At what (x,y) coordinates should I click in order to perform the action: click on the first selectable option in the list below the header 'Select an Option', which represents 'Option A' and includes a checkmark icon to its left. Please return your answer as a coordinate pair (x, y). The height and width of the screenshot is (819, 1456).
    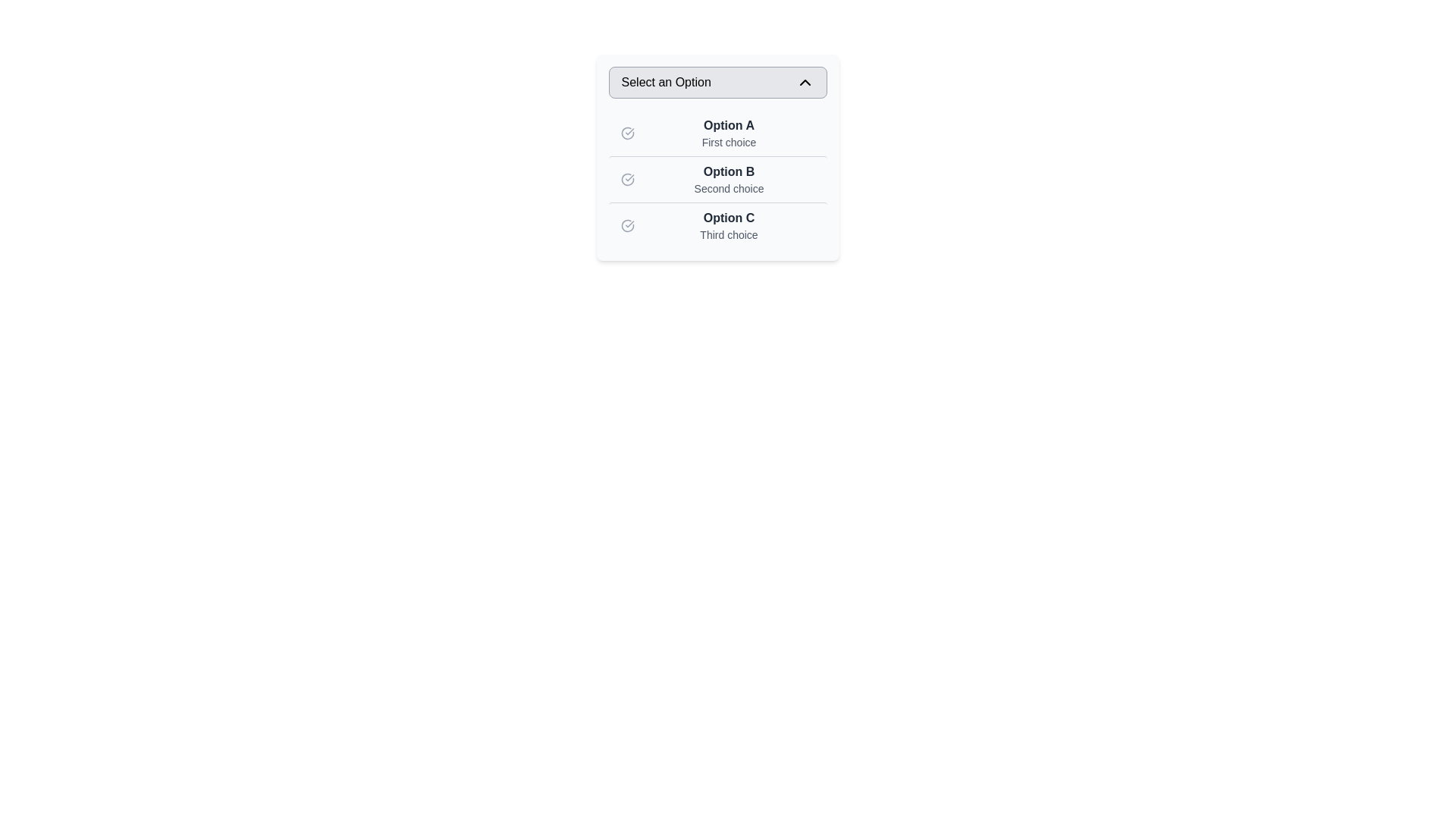
    Looking at the image, I should click on (717, 133).